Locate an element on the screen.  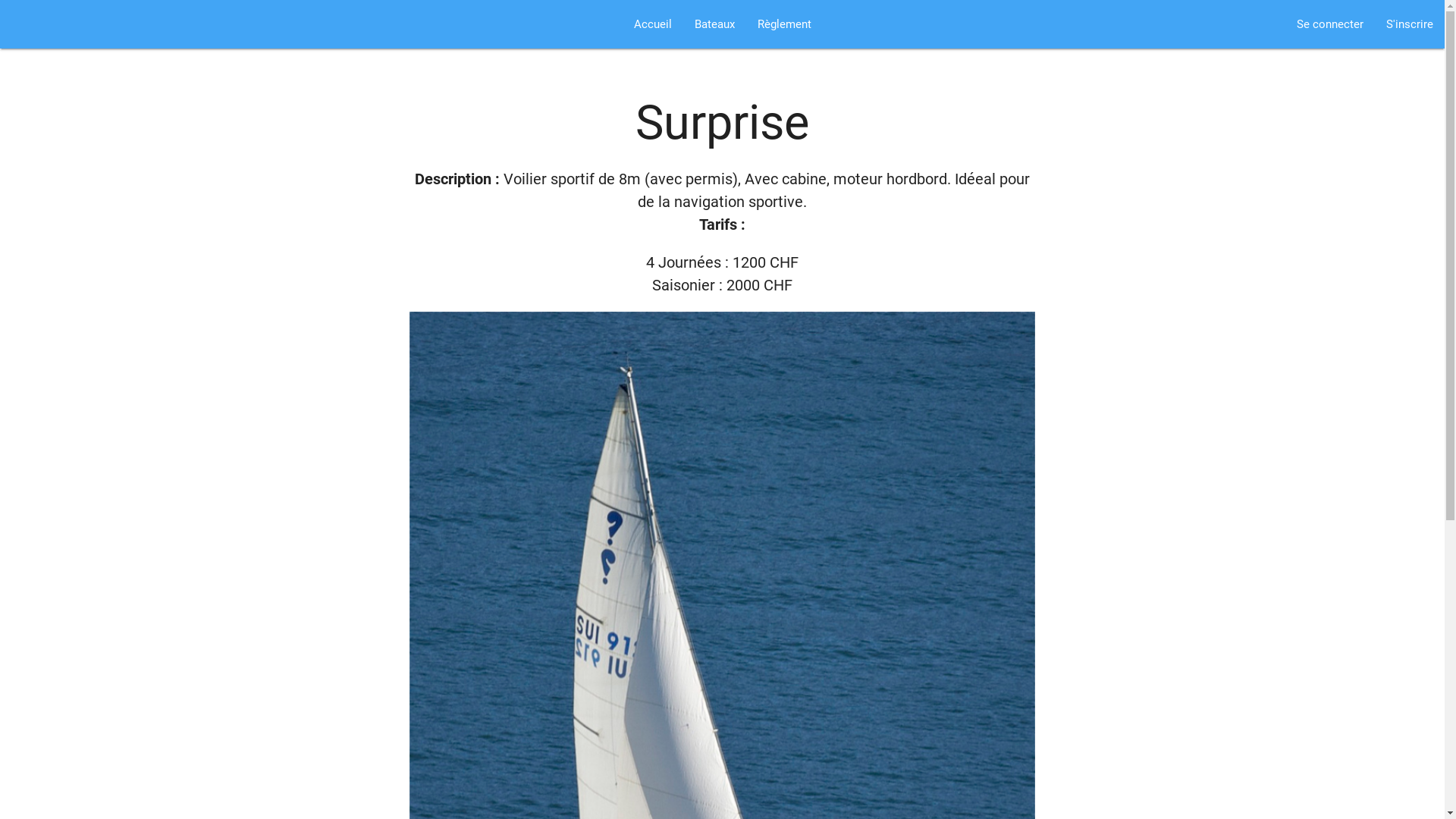
'Bateaux' is located at coordinates (713, 24).